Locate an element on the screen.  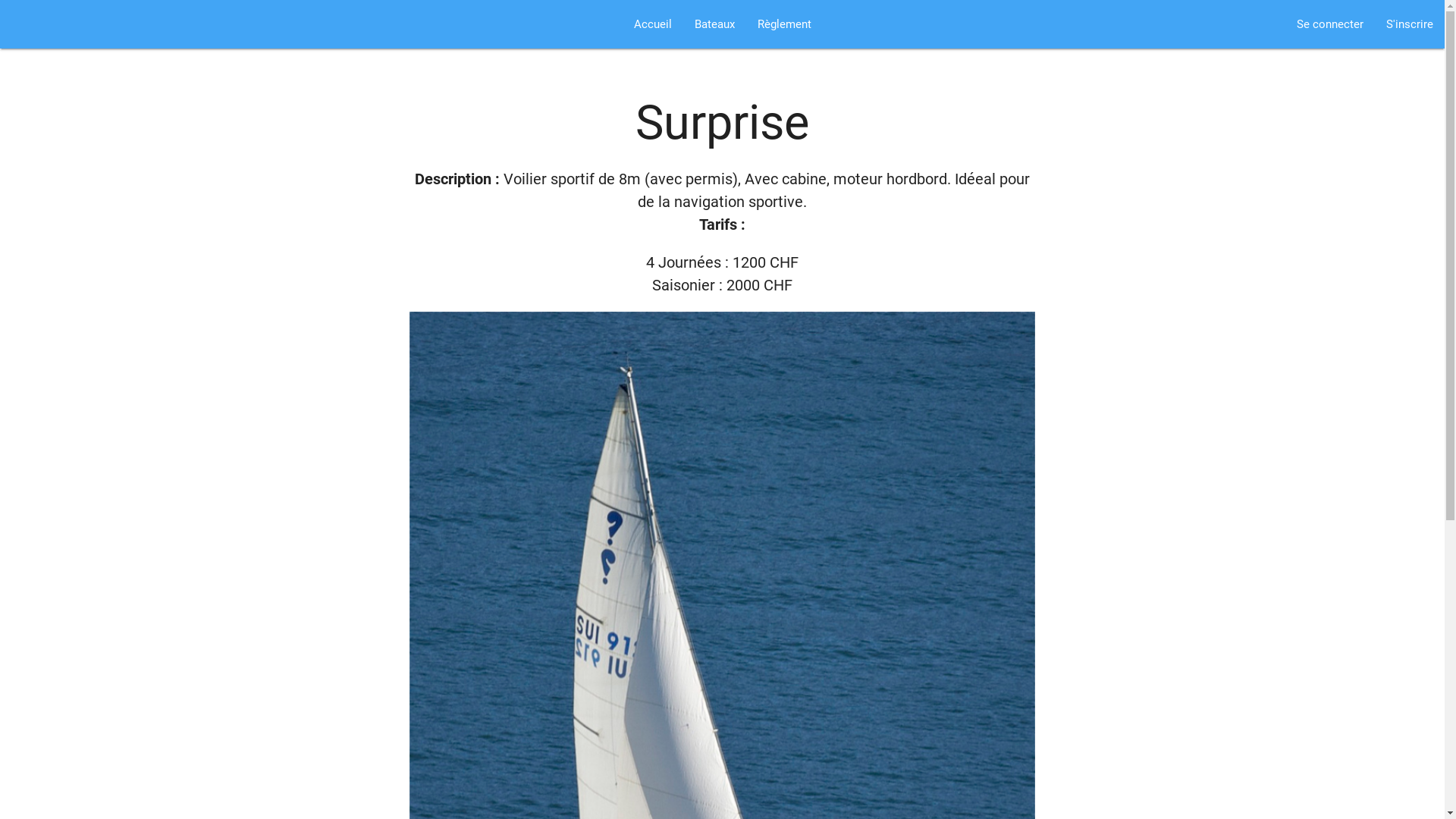
'Bateaux' is located at coordinates (713, 24).